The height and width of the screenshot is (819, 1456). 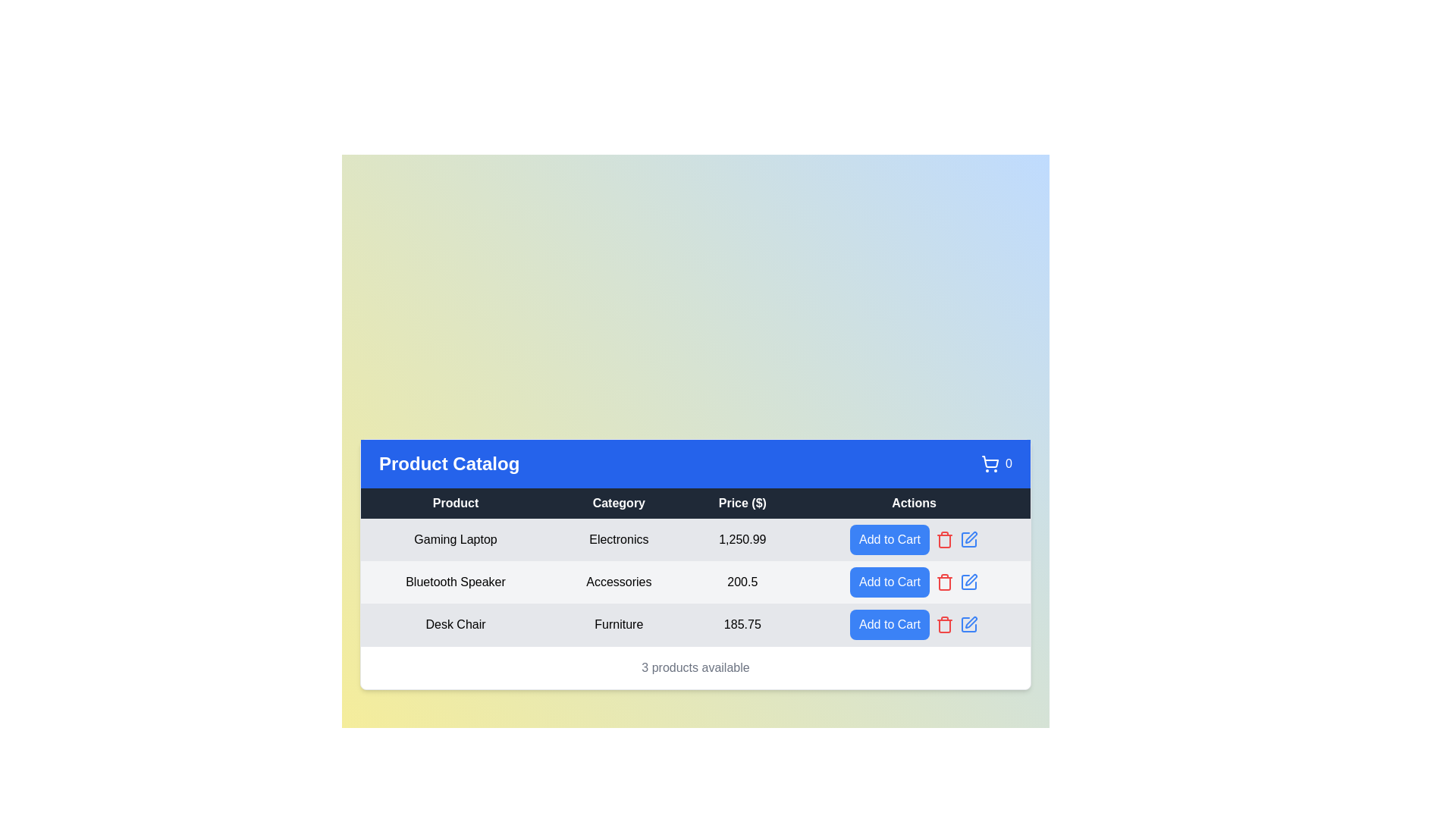 I want to click on the delete button in the Actions column of the row for the product 'Gaming Laptop', so click(x=943, y=538).